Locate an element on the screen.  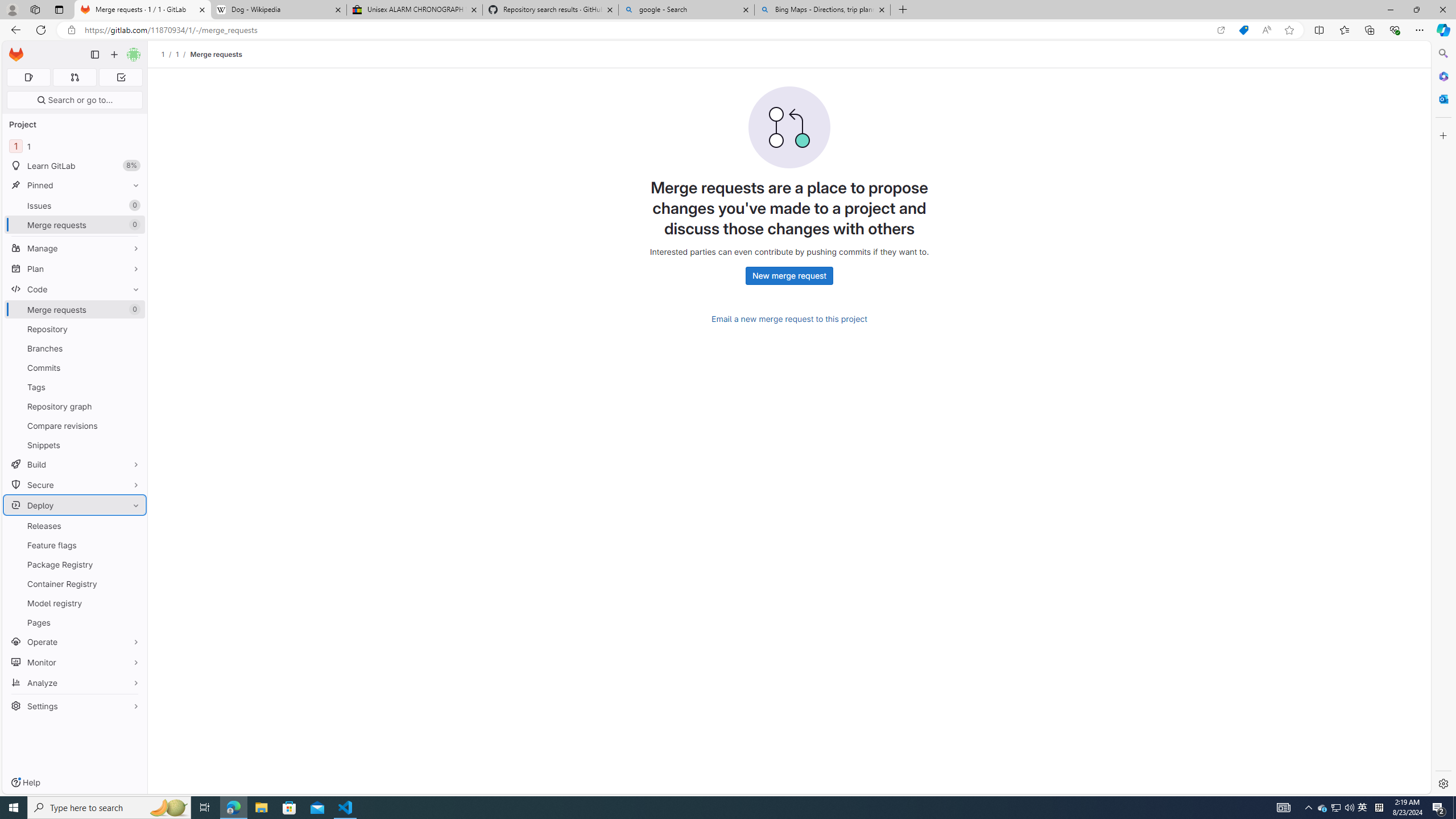
'Analyze' is located at coordinates (74, 682).